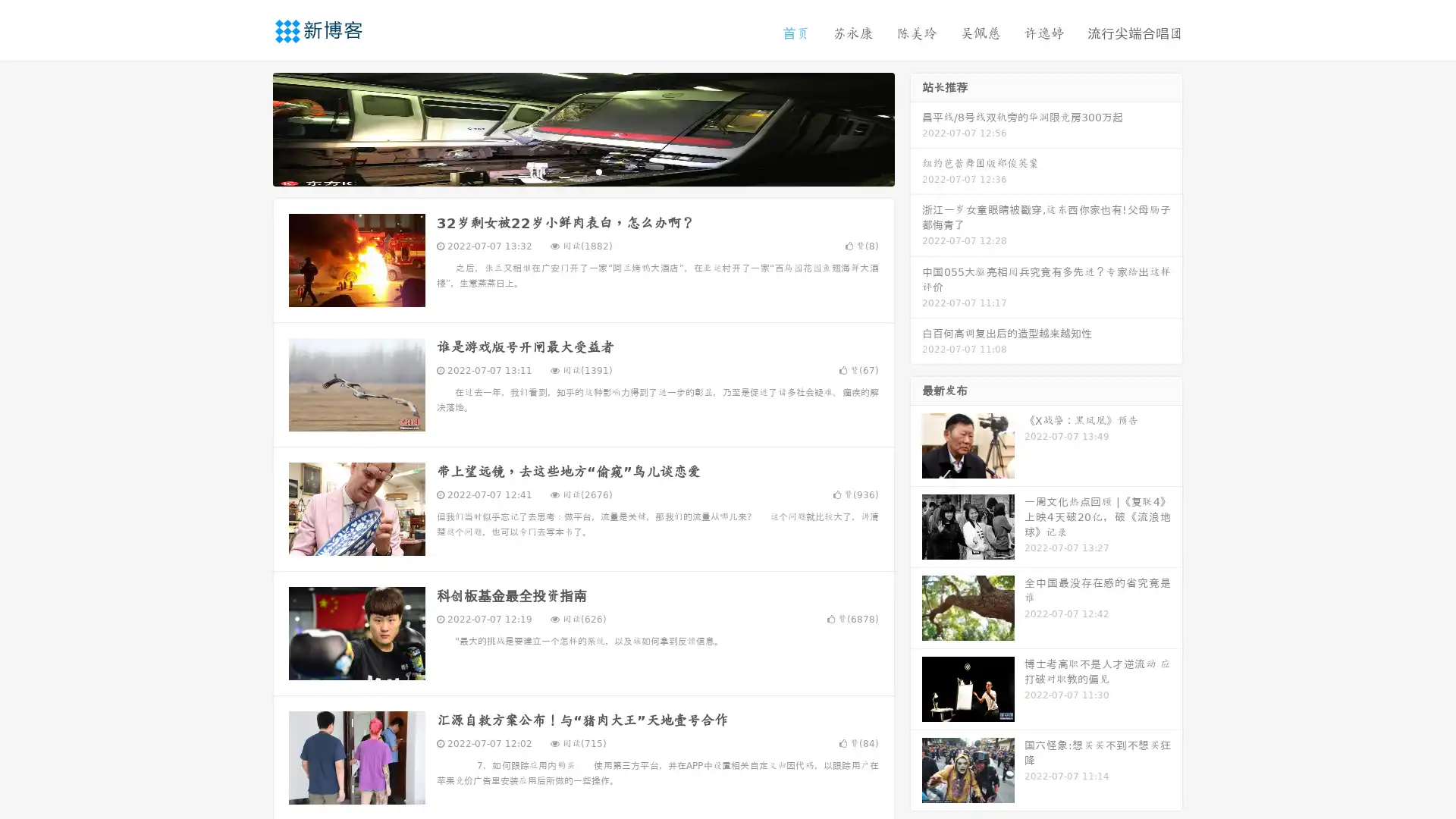 This screenshot has height=819, width=1456. I want to click on Go to slide 1, so click(567, 171).